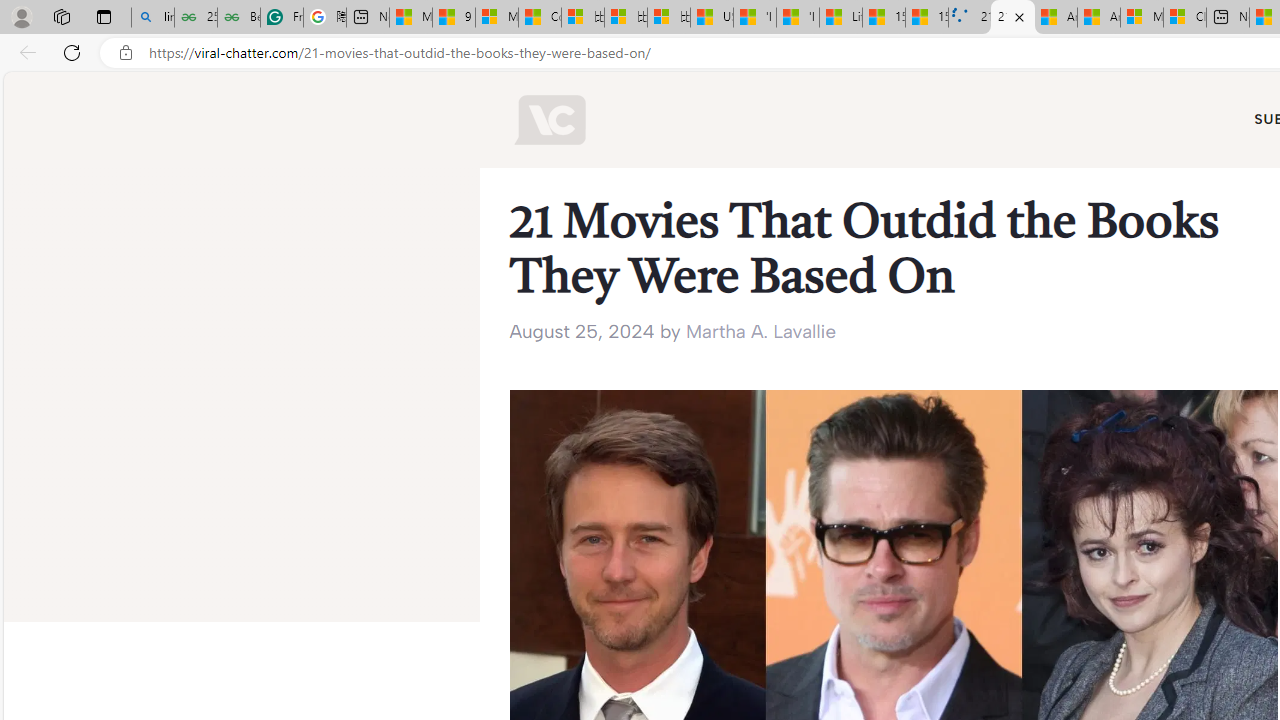 The image size is (1280, 720). I want to click on 'Free AI Writing Assistance for Students | Grammarly', so click(281, 17).